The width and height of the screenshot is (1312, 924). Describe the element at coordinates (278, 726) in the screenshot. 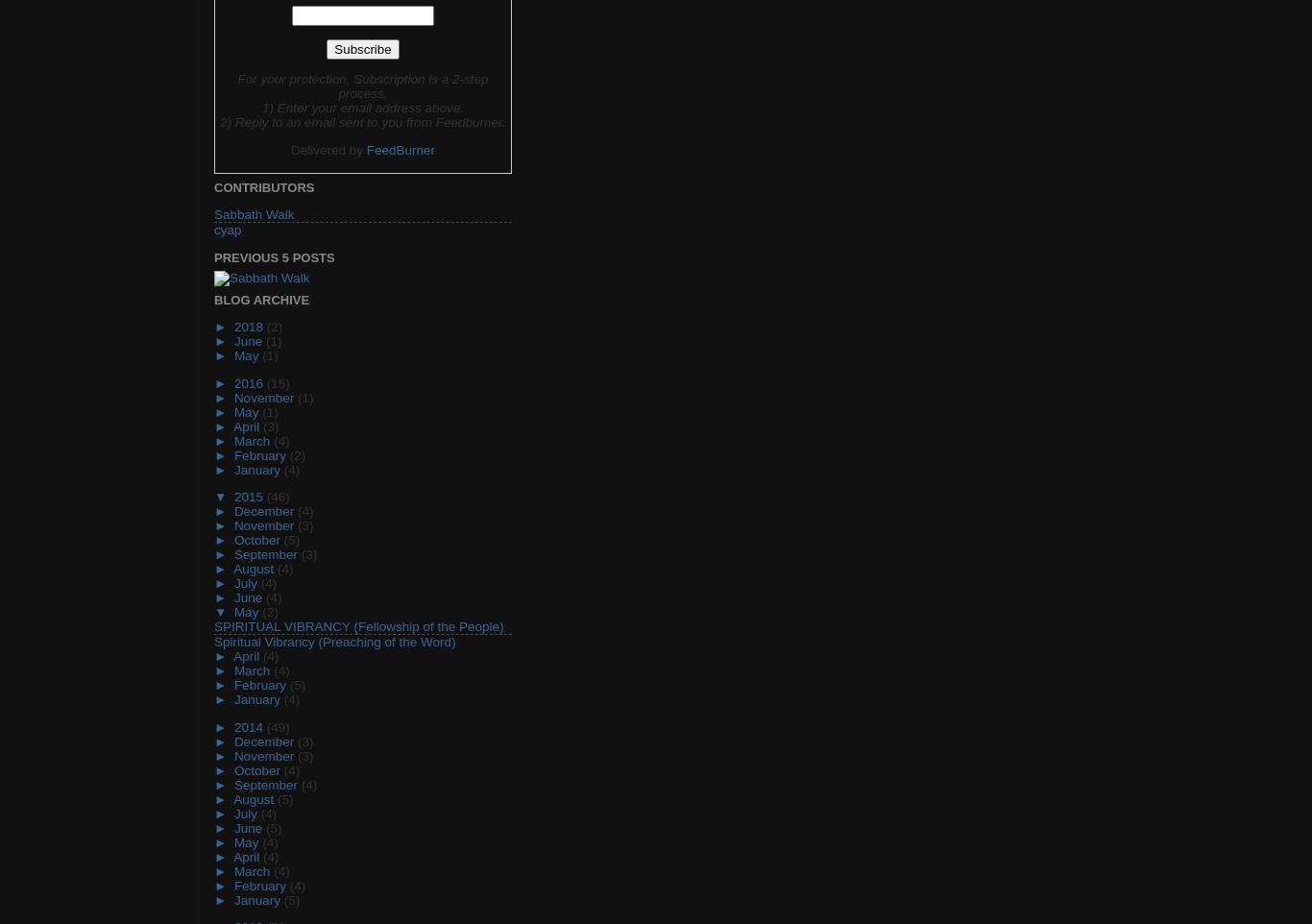

I see `'(49)'` at that location.